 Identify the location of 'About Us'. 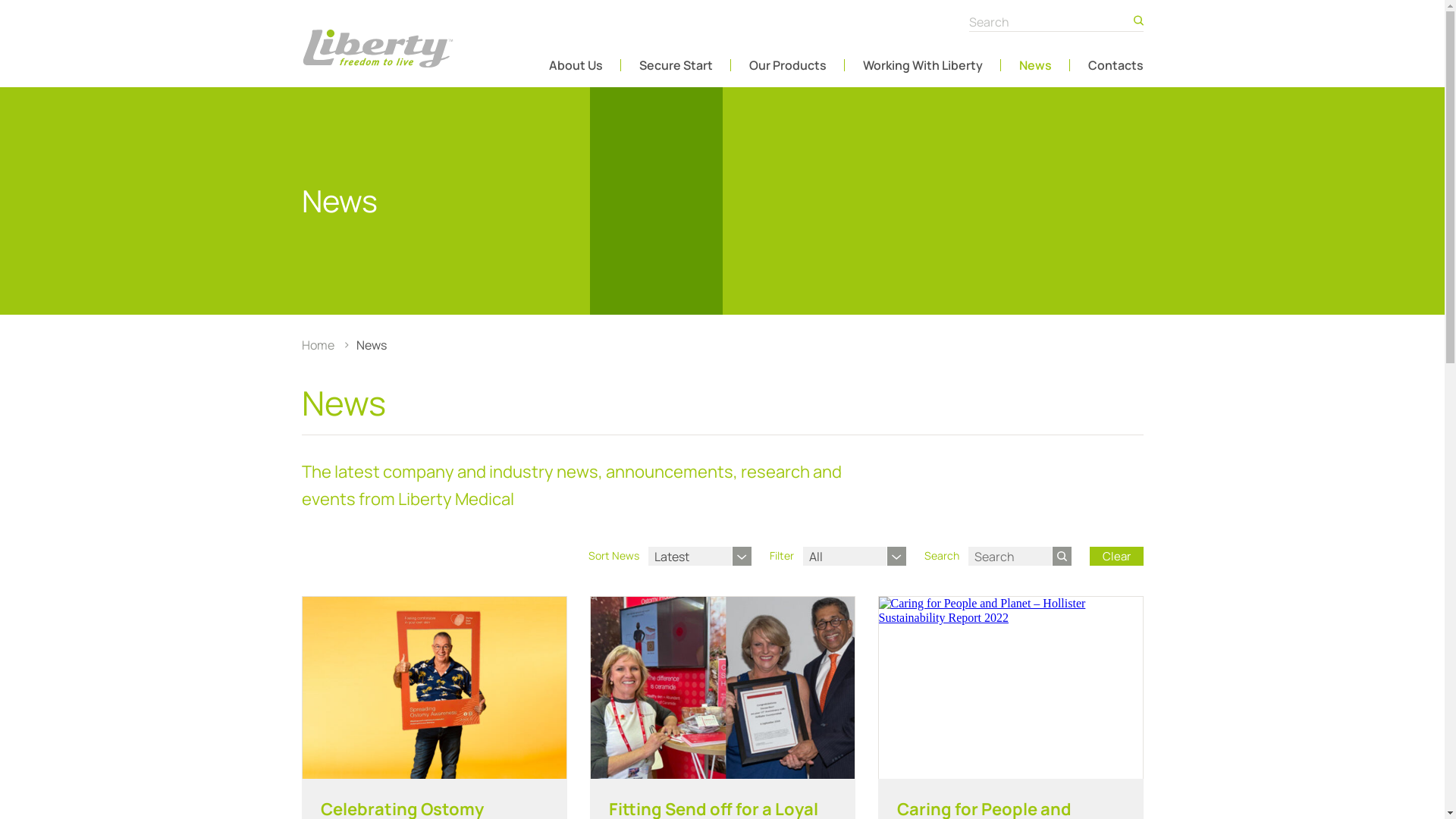
(575, 64).